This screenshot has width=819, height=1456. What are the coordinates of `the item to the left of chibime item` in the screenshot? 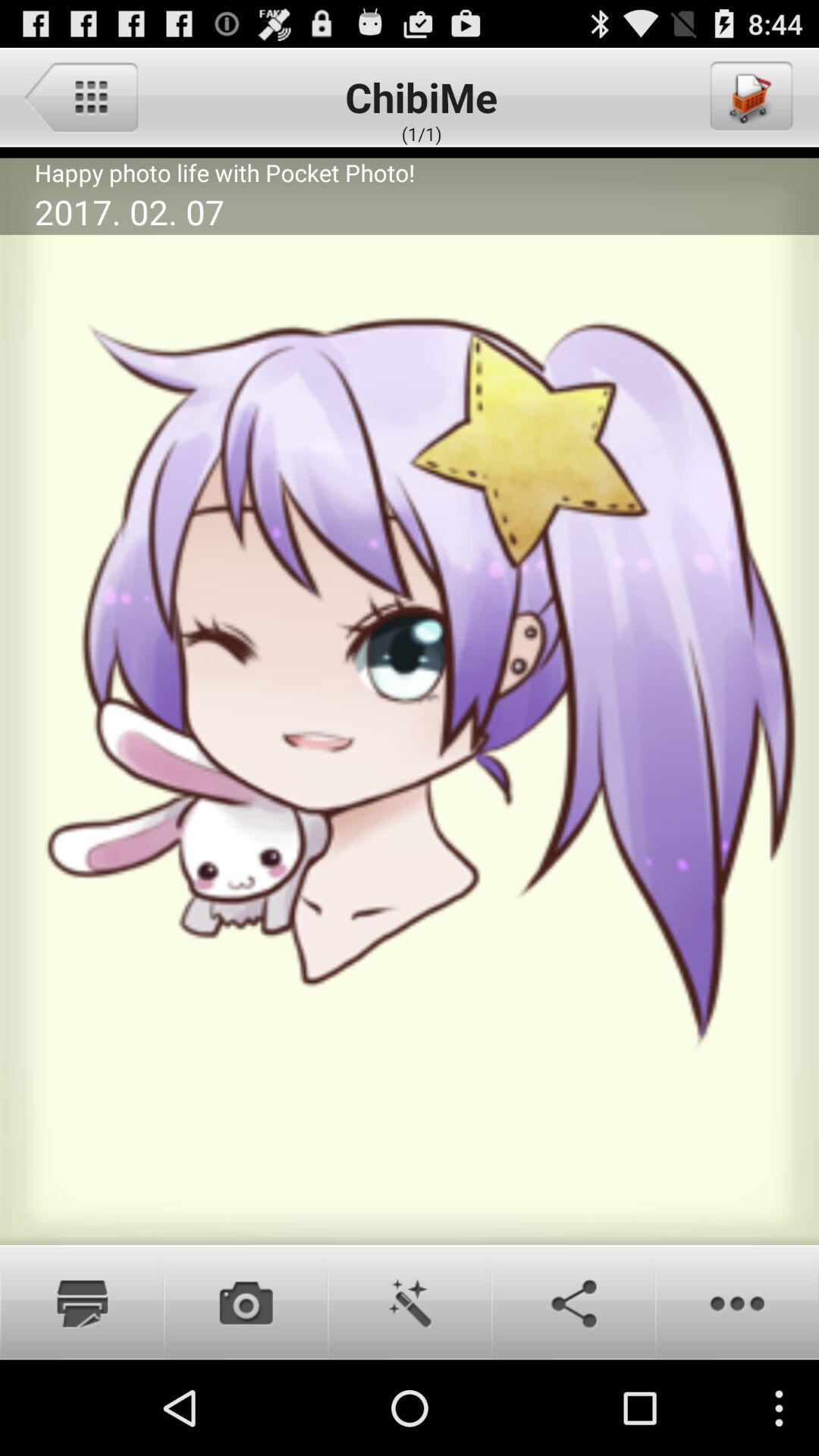 It's located at (80, 96).